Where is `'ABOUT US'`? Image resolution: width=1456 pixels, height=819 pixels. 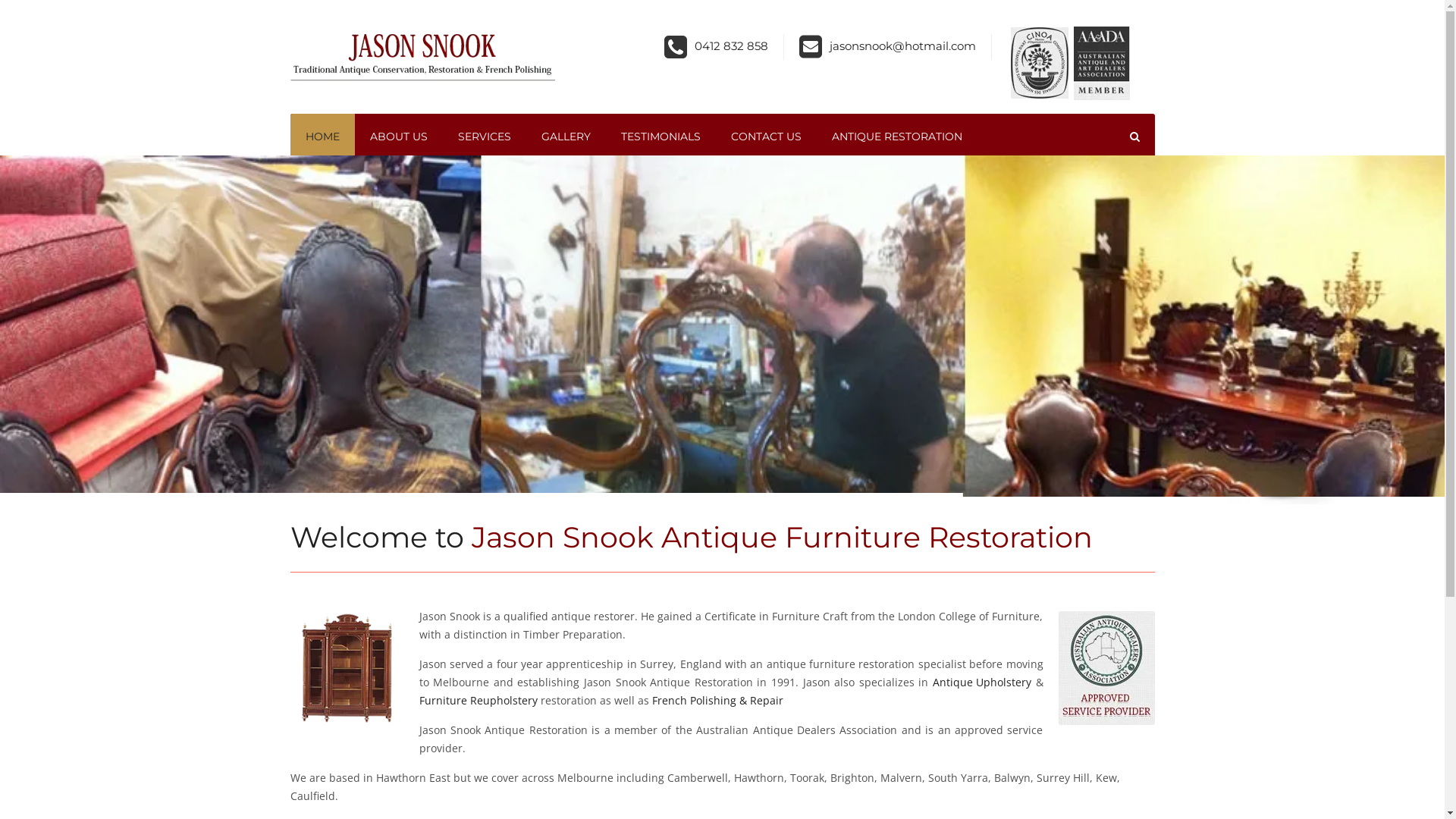
'ABOUT US' is located at coordinates (399, 136).